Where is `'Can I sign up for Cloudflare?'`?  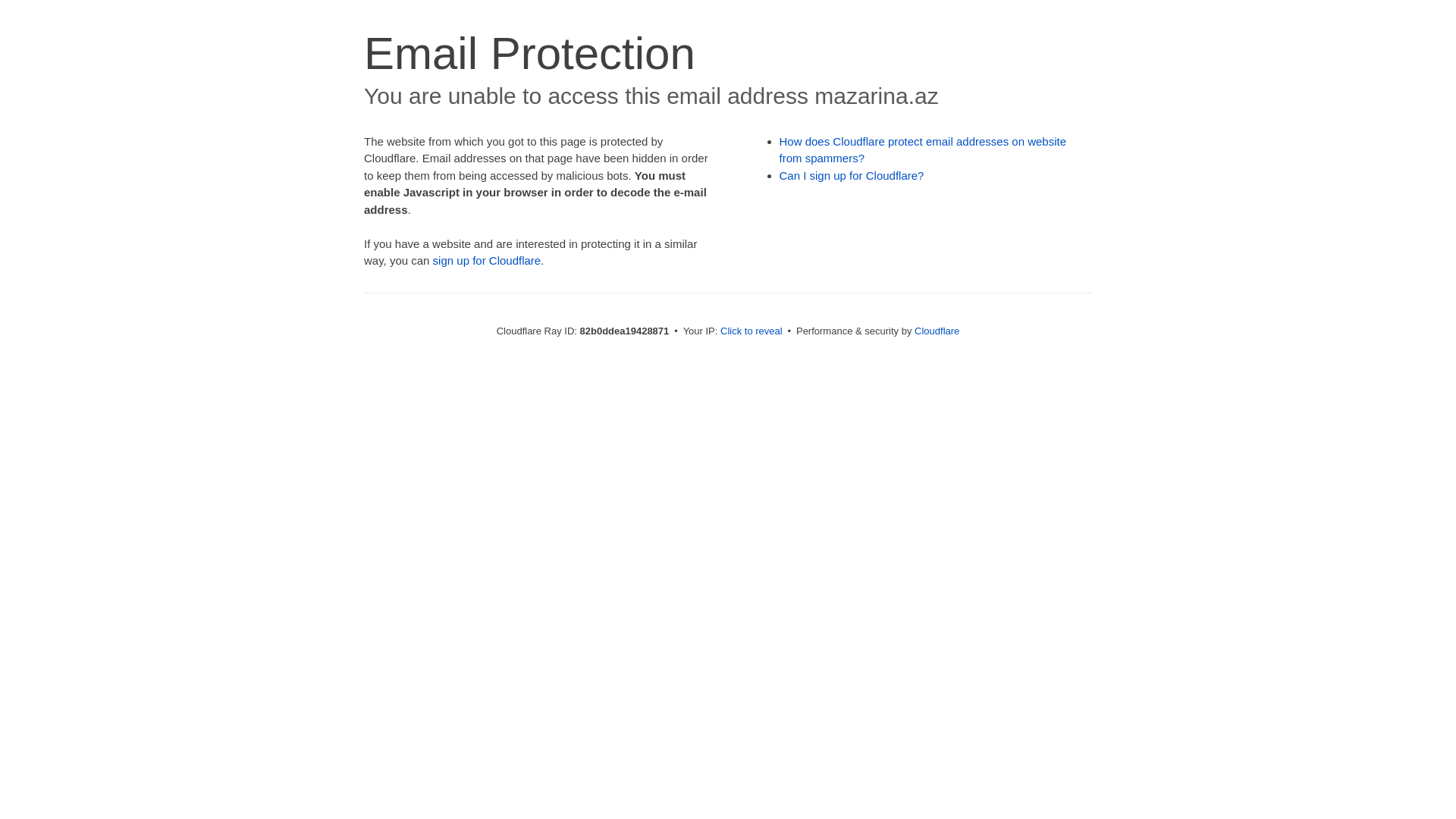 'Can I sign up for Cloudflare?' is located at coordinates (852, 174).